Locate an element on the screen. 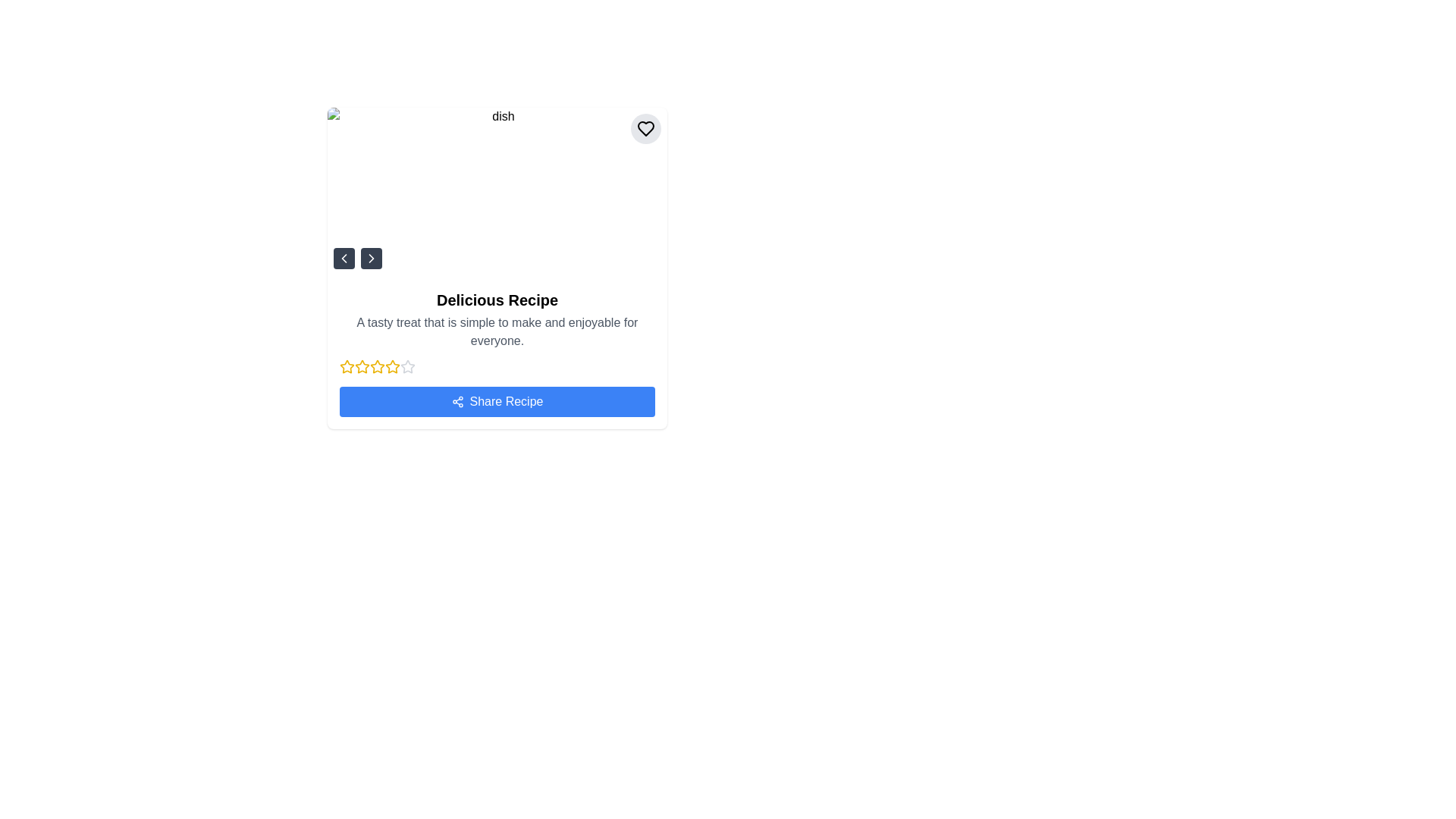 The width and height of the screenshot is (1456, 819). the circular button located in the top-right corner of the image card, which features a light gray background and a black heart-shaped icon is located at coordinates (645, 127).